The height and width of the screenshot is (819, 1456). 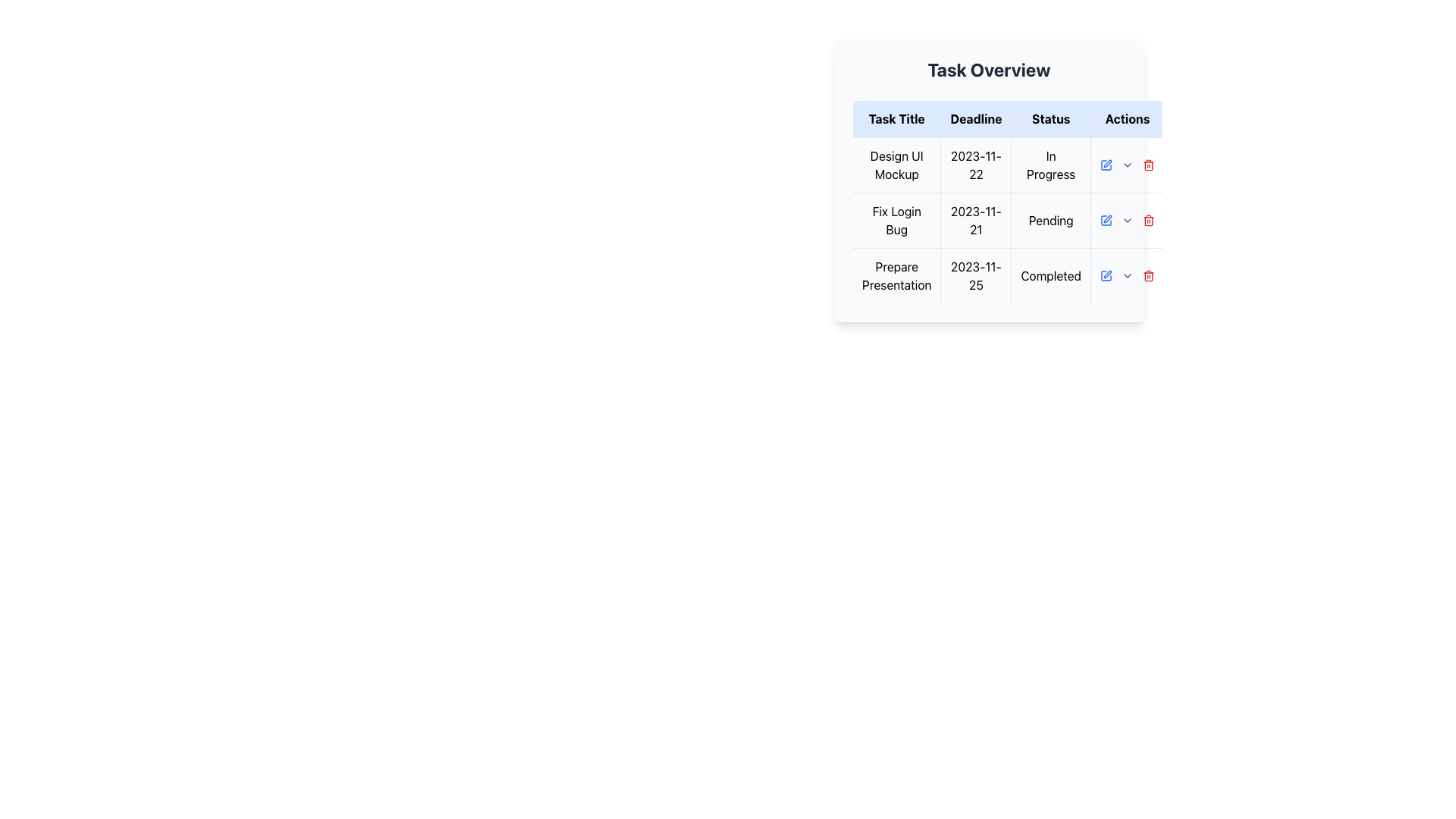 I want to click on the spacer element located in the 'Actions' column, specifically in the first row for the task 'Design UI Mockup', which is positioned between the blue edit icon and the red delete icon, so click(x=1128, y=165).